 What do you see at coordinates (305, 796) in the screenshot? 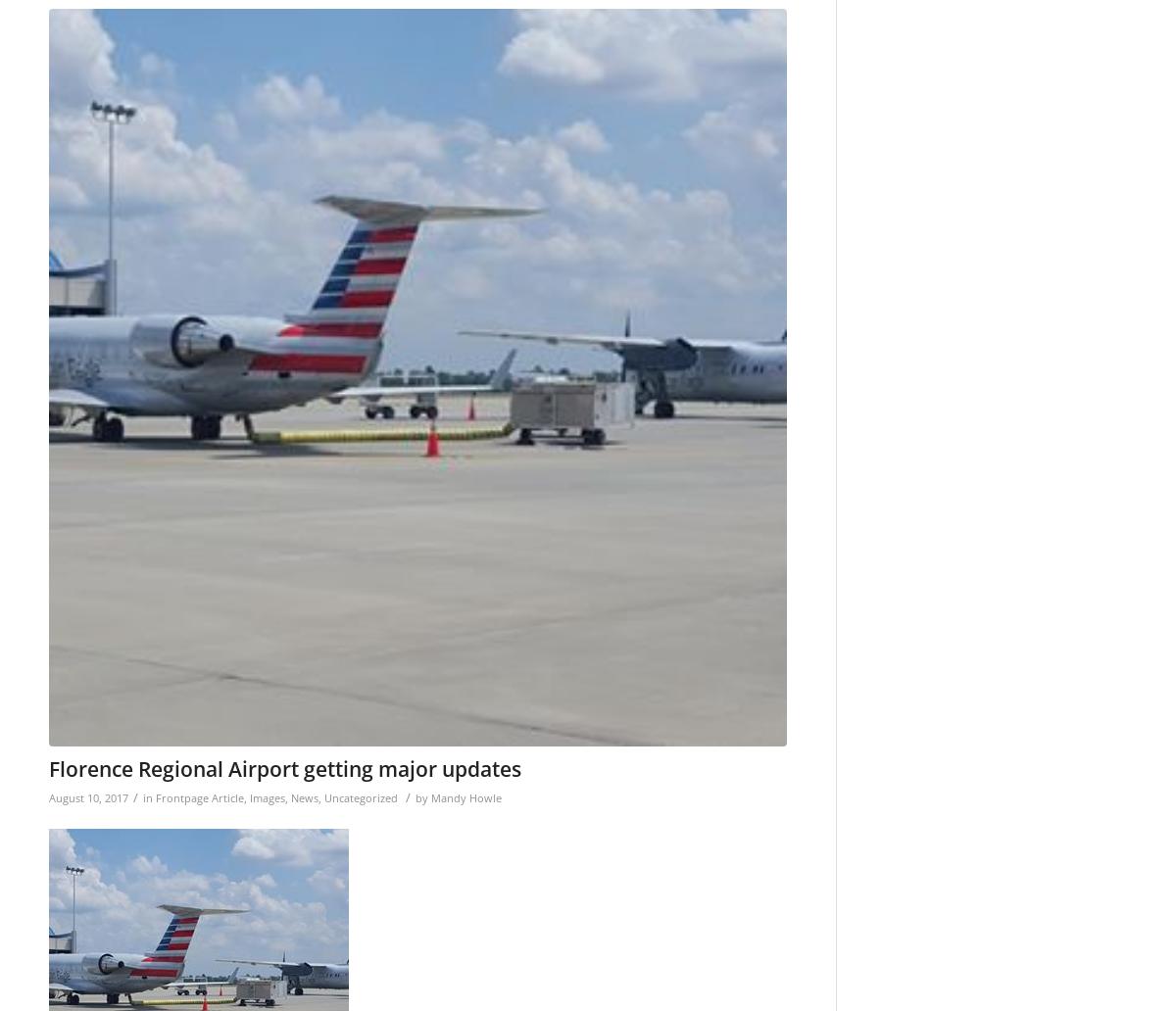
I see `'News'` at bounding box center [305, 796].